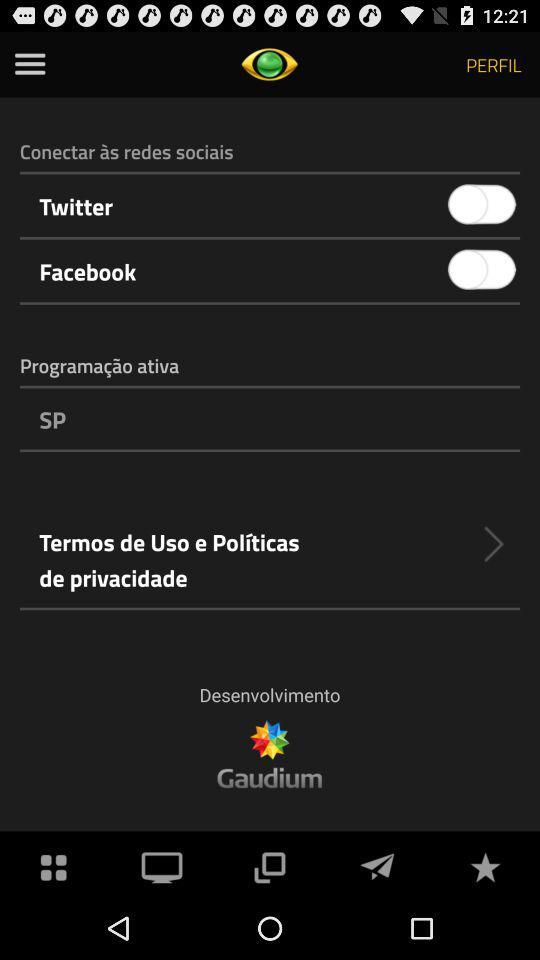 This screenshot has height=960, width=540. Describe the element at coordinates (481, 269) in the screenshot. I see `icon to the right of the facebook item` at that location.